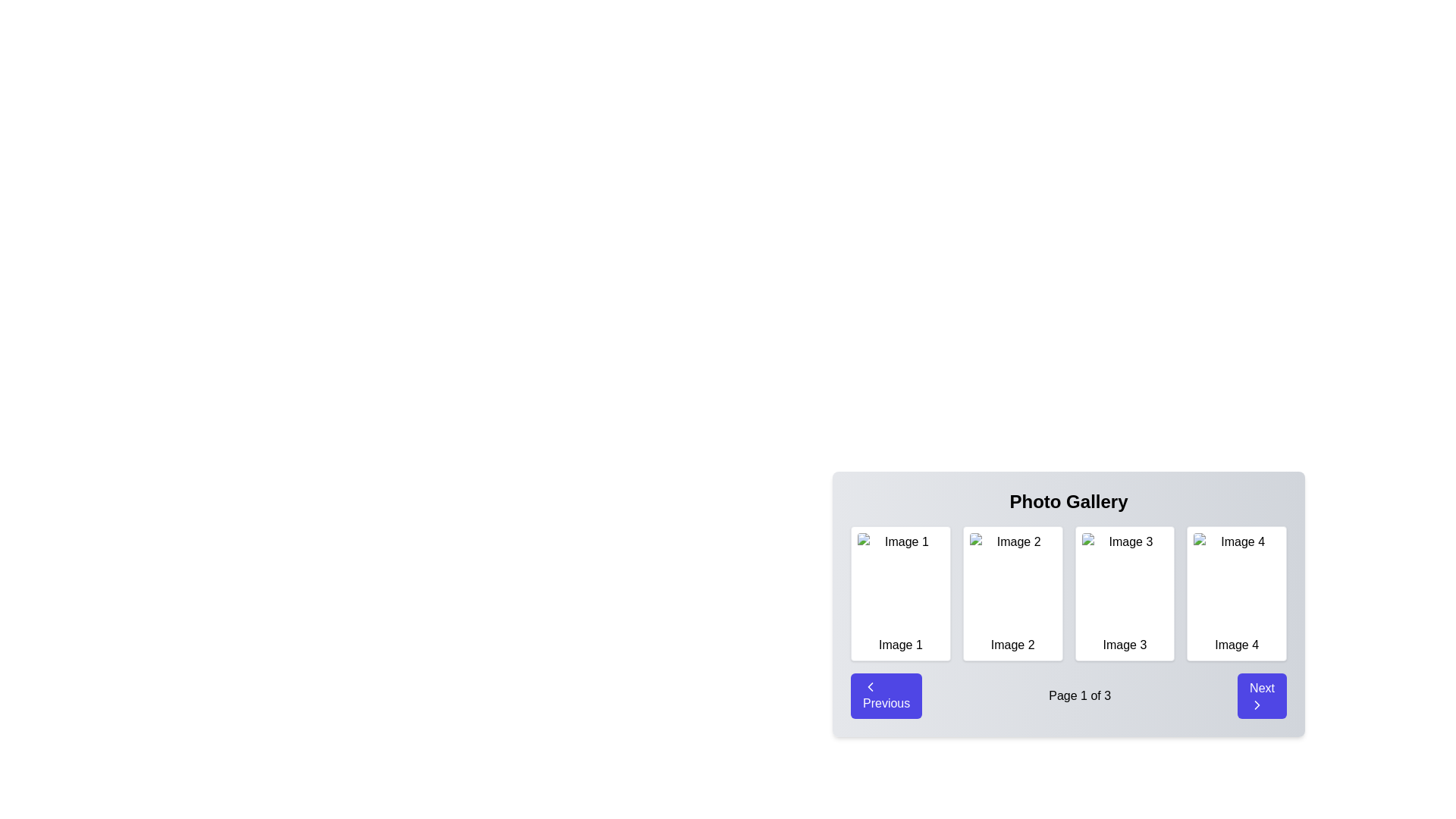  What do you see at coordinates (1012, 593) in the screenshot?
I see `the Card element, which is the second item in a grid layout of four, providing visual representation of an image or data entry` at bounding box center [1012, 593].